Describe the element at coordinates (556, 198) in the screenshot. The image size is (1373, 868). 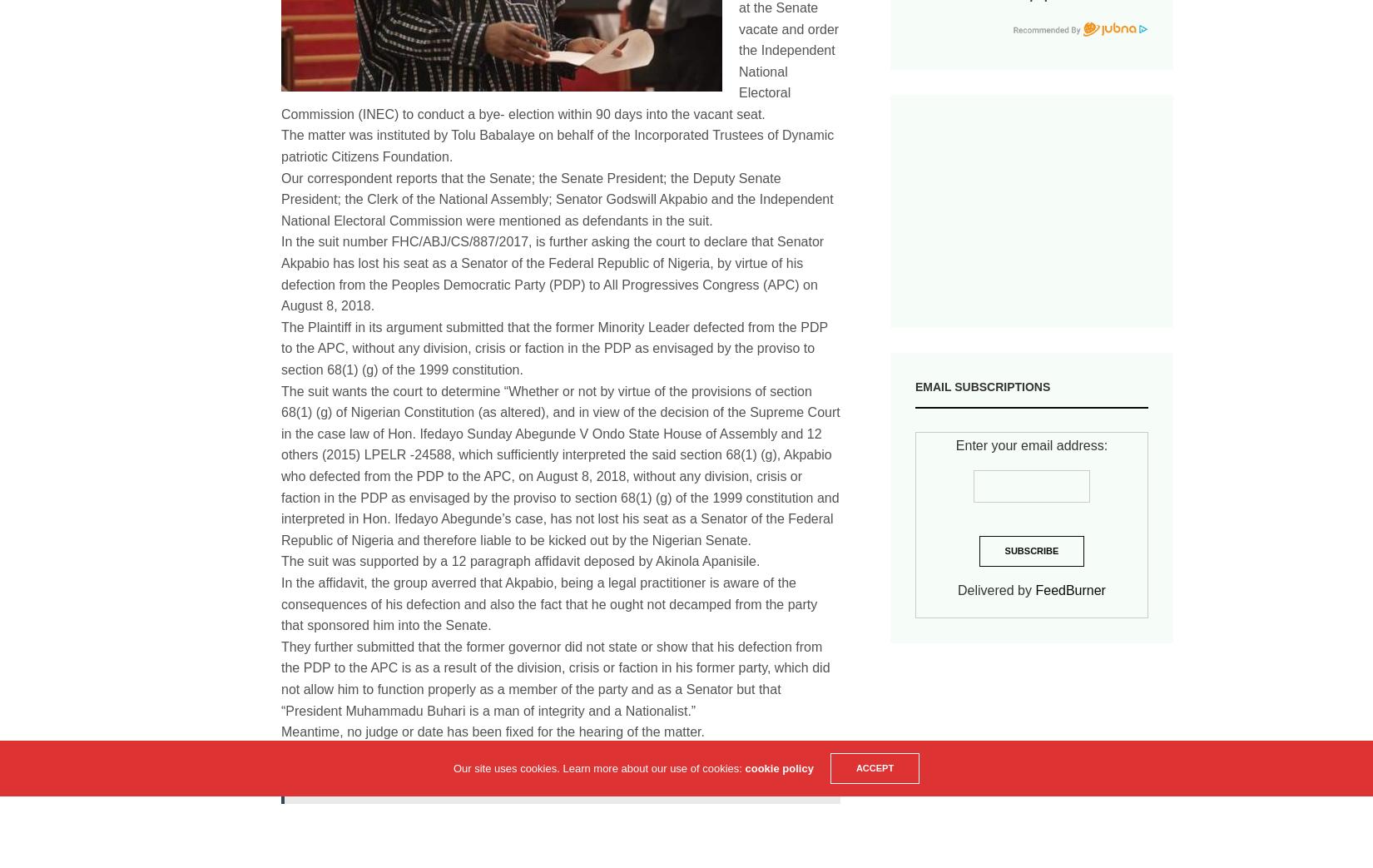
I see `'Our correspondent reports that the Senate; the Senate President; the Deputy Senate President; the Clerk of the National Assembly; Senator Godswill Akpabio and the Independent National Electoral Commission were mentioned as defendants in the suit.'` at that location.